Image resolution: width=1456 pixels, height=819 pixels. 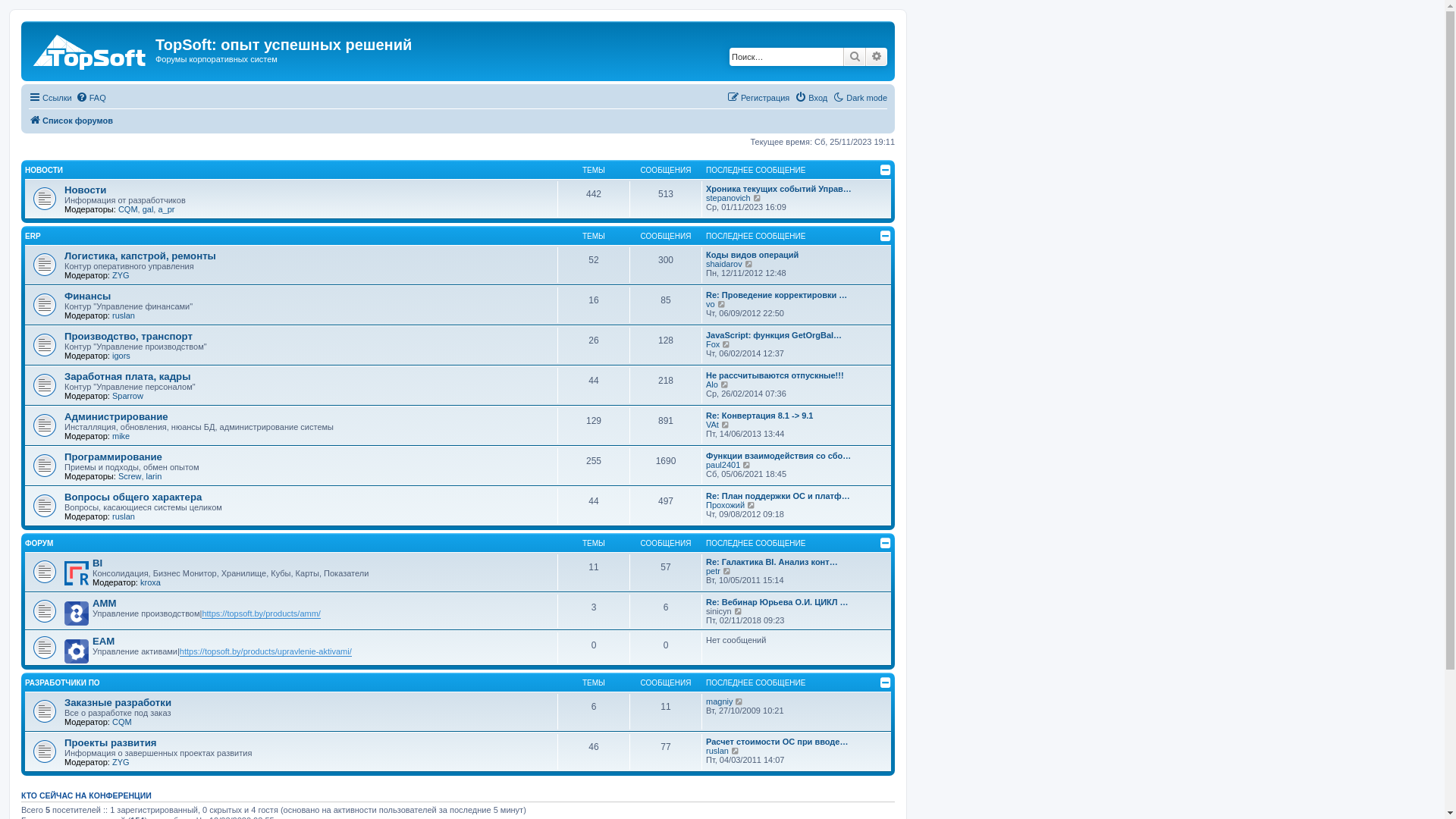 I want to click on 'Dark mode', so click(x=859, y=97).